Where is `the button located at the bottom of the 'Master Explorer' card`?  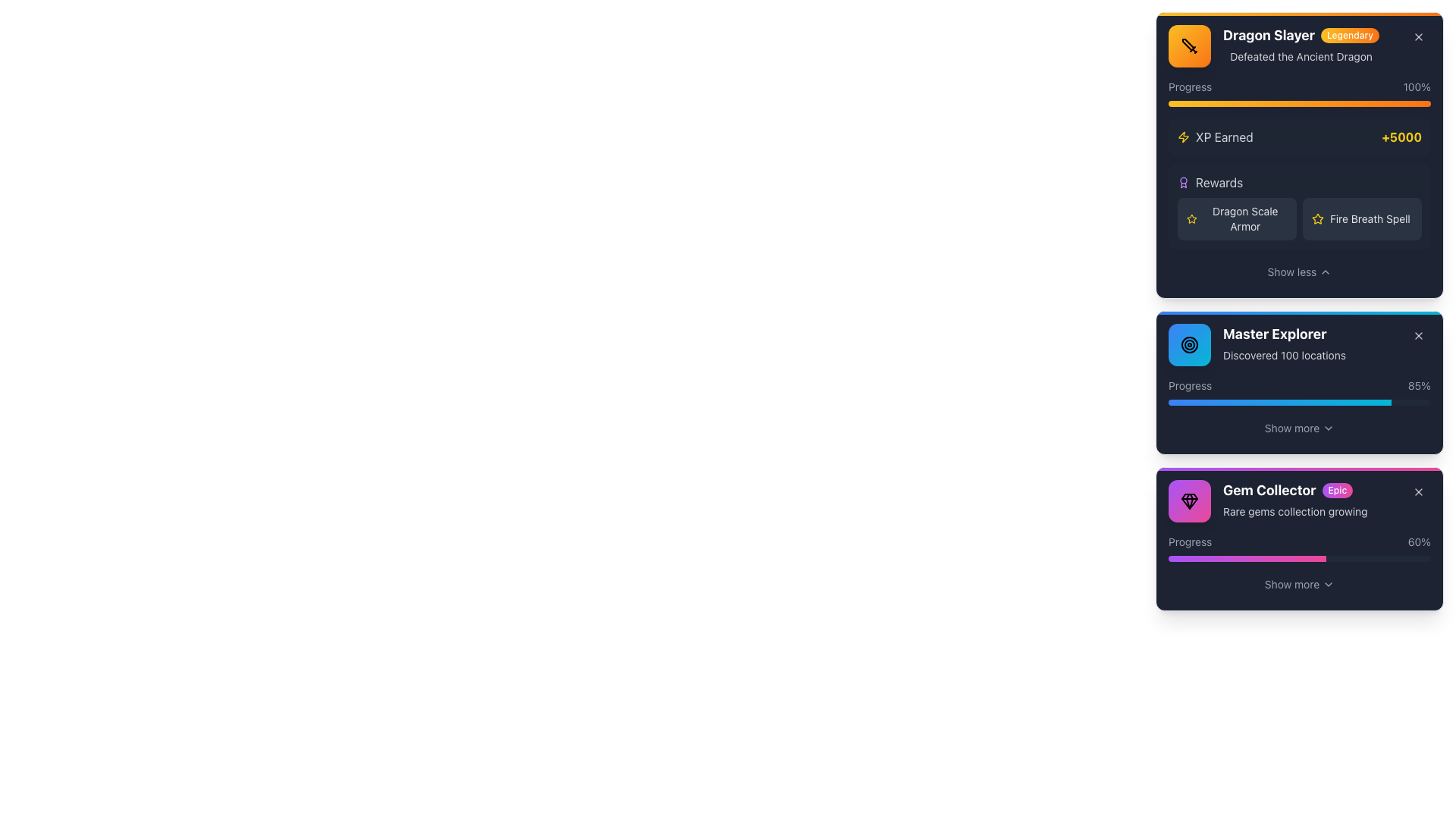
the button located at the bottom of the 'Master Explorer' card is located at coordinates (1298, 428).